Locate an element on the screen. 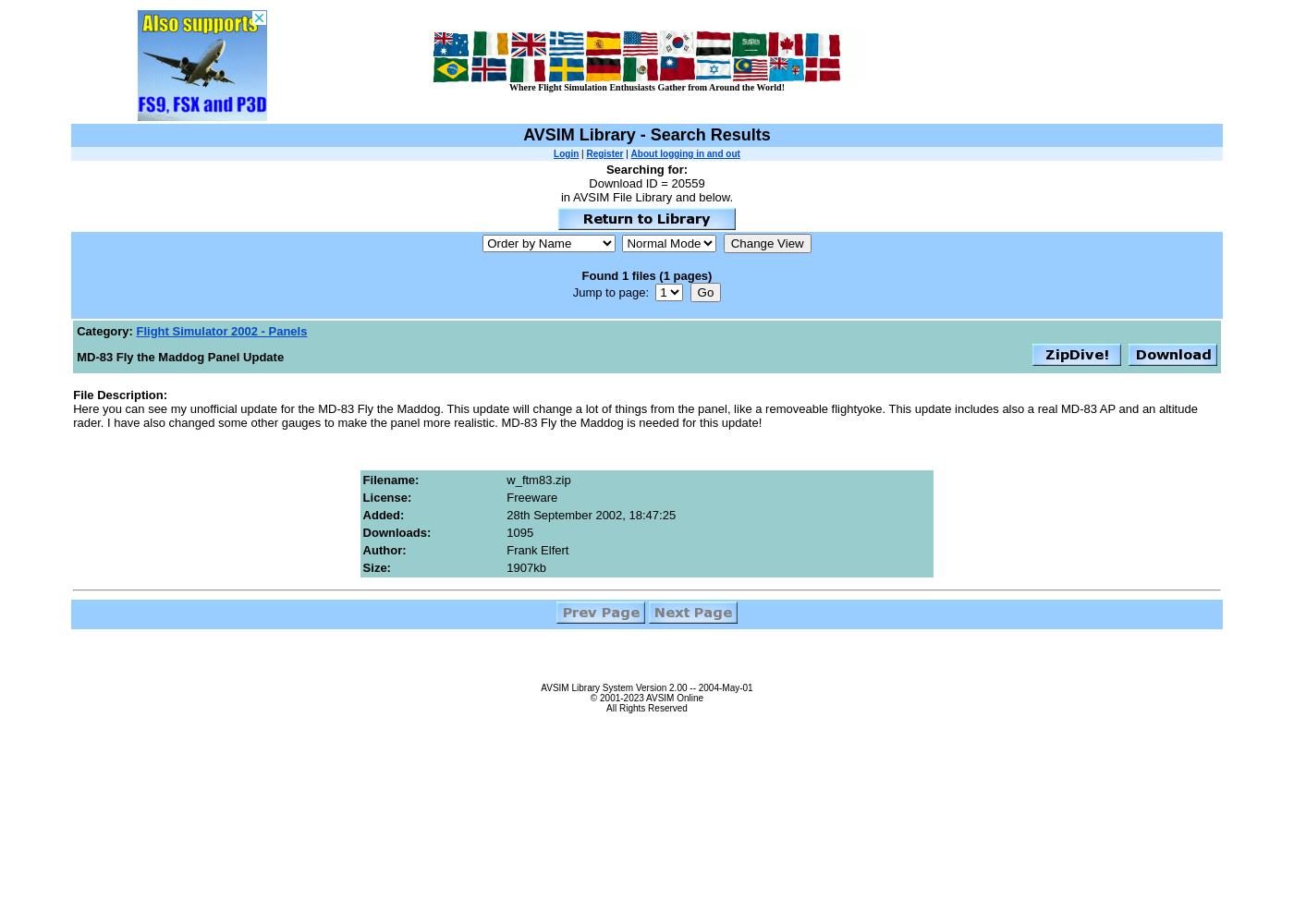 Image resolution: width=1294 pixels, height=924 pixels. 'Frank Elfert' is located at coordinates (537, 549).